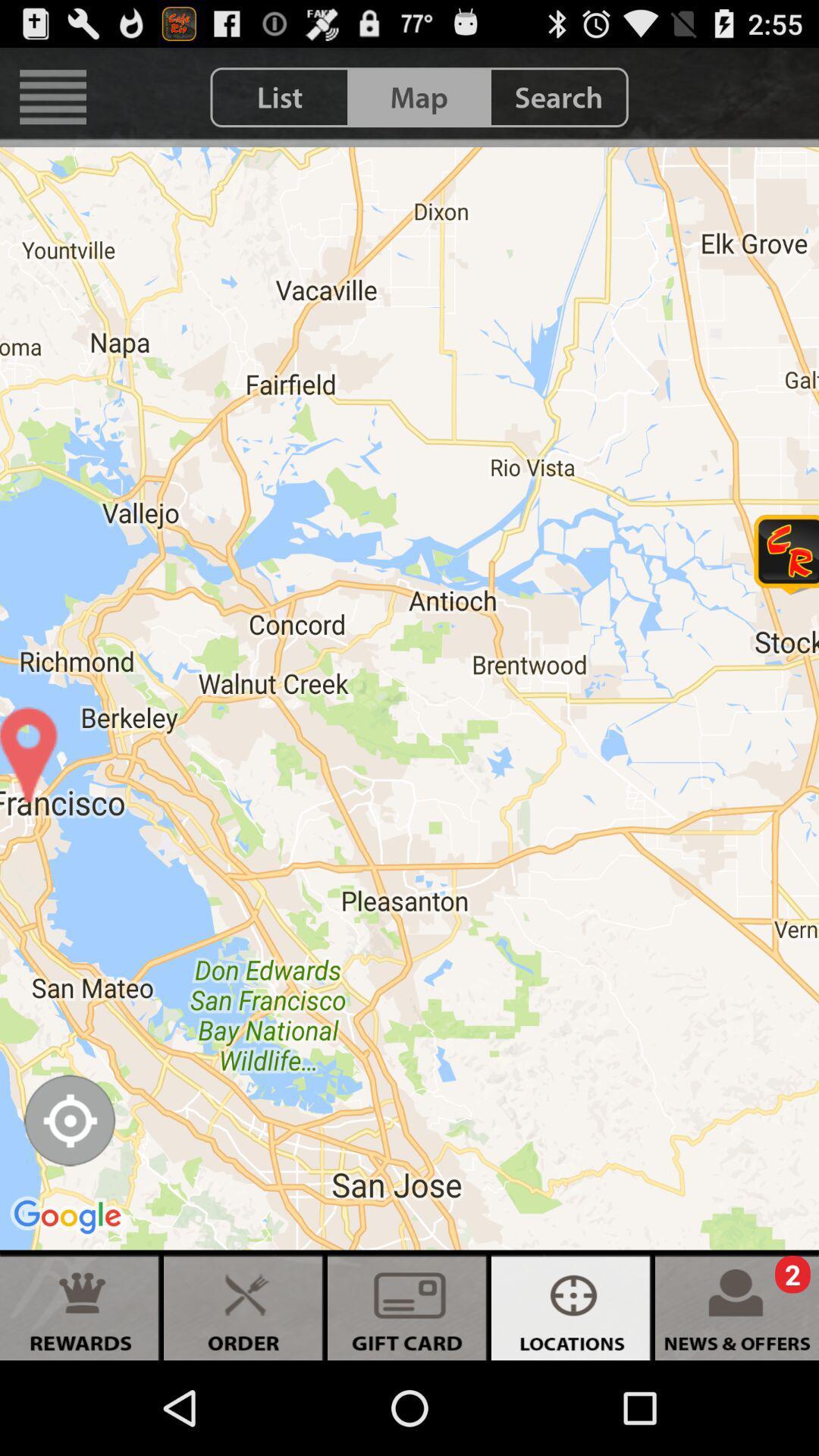 The width and height of the screenshot is (819, 1456). I want to click on map selection tool, so click(69, 1120).